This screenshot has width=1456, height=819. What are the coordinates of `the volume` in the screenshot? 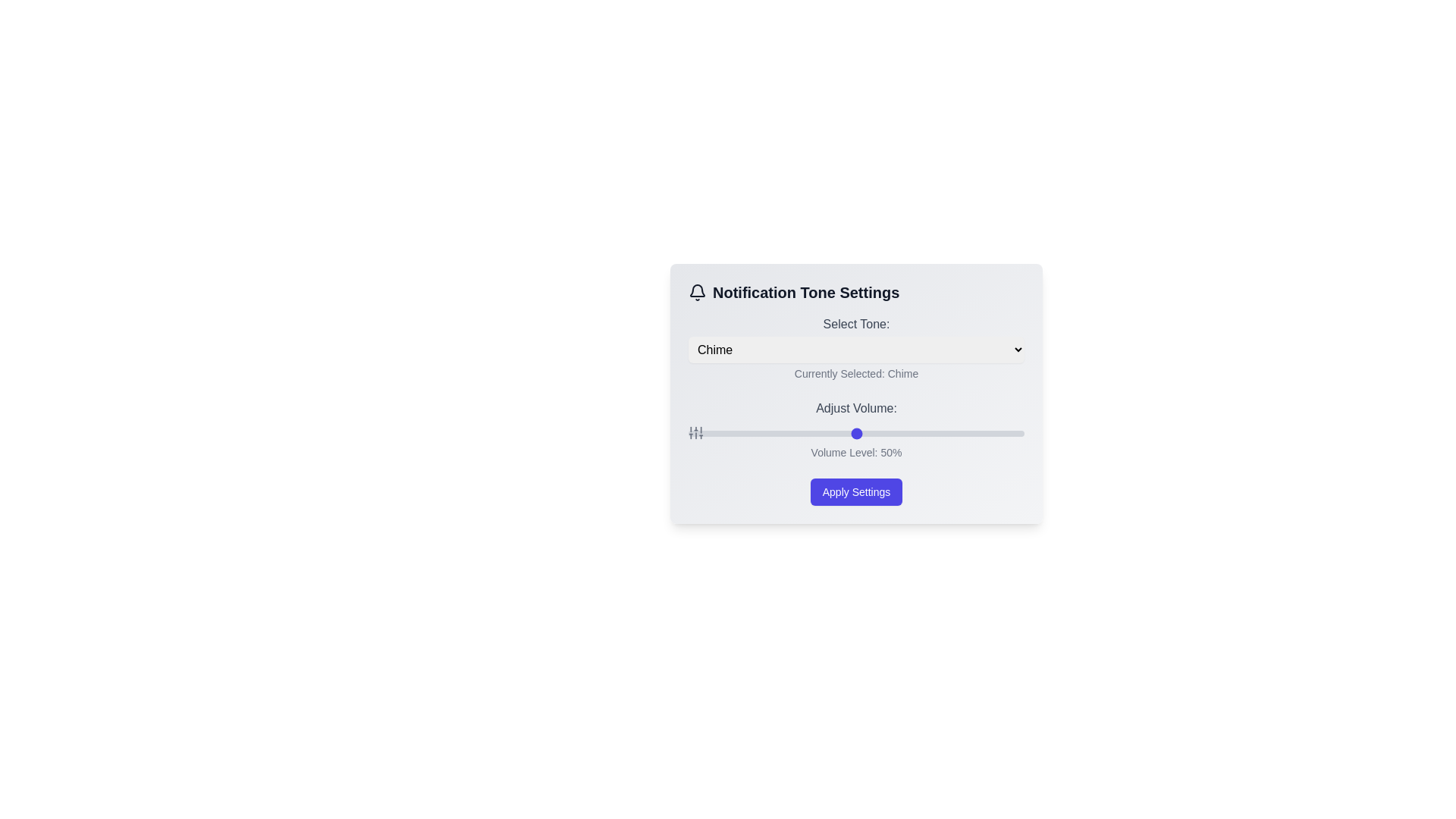 It's located at (1018, 433).